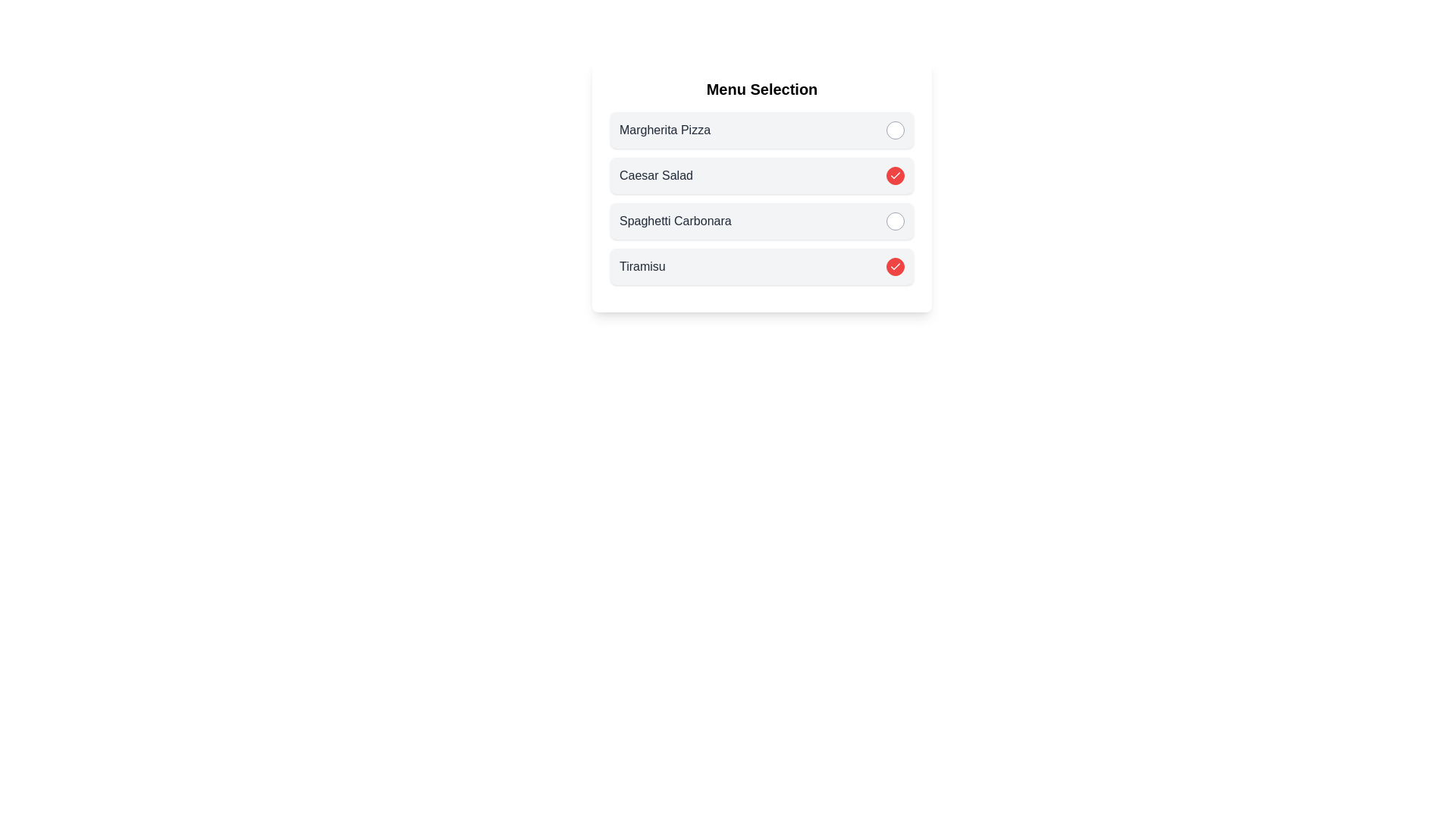  Describe the element at coordinates (895, 221) in the screenshot. I see `the menu item corresponding to Spaghetti Carbonara` at that location.